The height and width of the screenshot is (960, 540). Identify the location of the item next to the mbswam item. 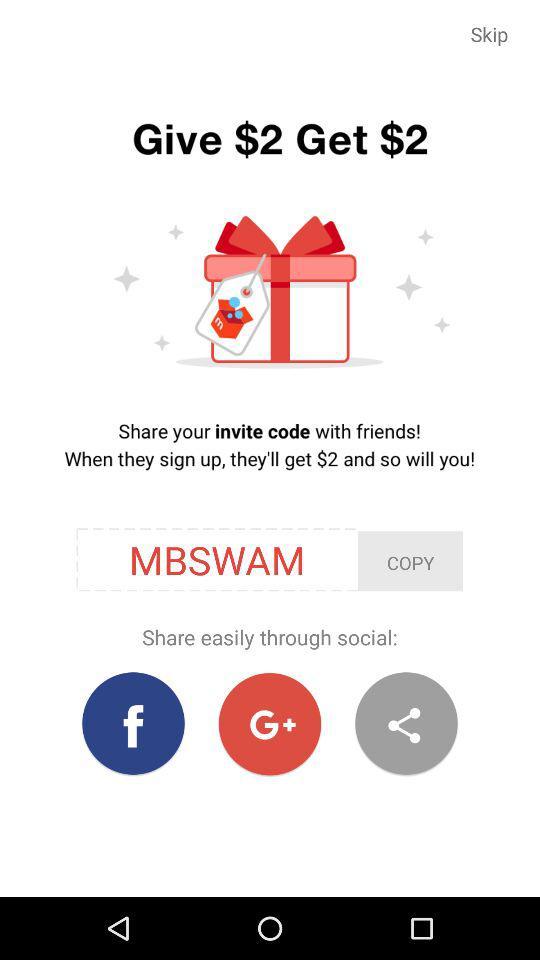
(409, 561).